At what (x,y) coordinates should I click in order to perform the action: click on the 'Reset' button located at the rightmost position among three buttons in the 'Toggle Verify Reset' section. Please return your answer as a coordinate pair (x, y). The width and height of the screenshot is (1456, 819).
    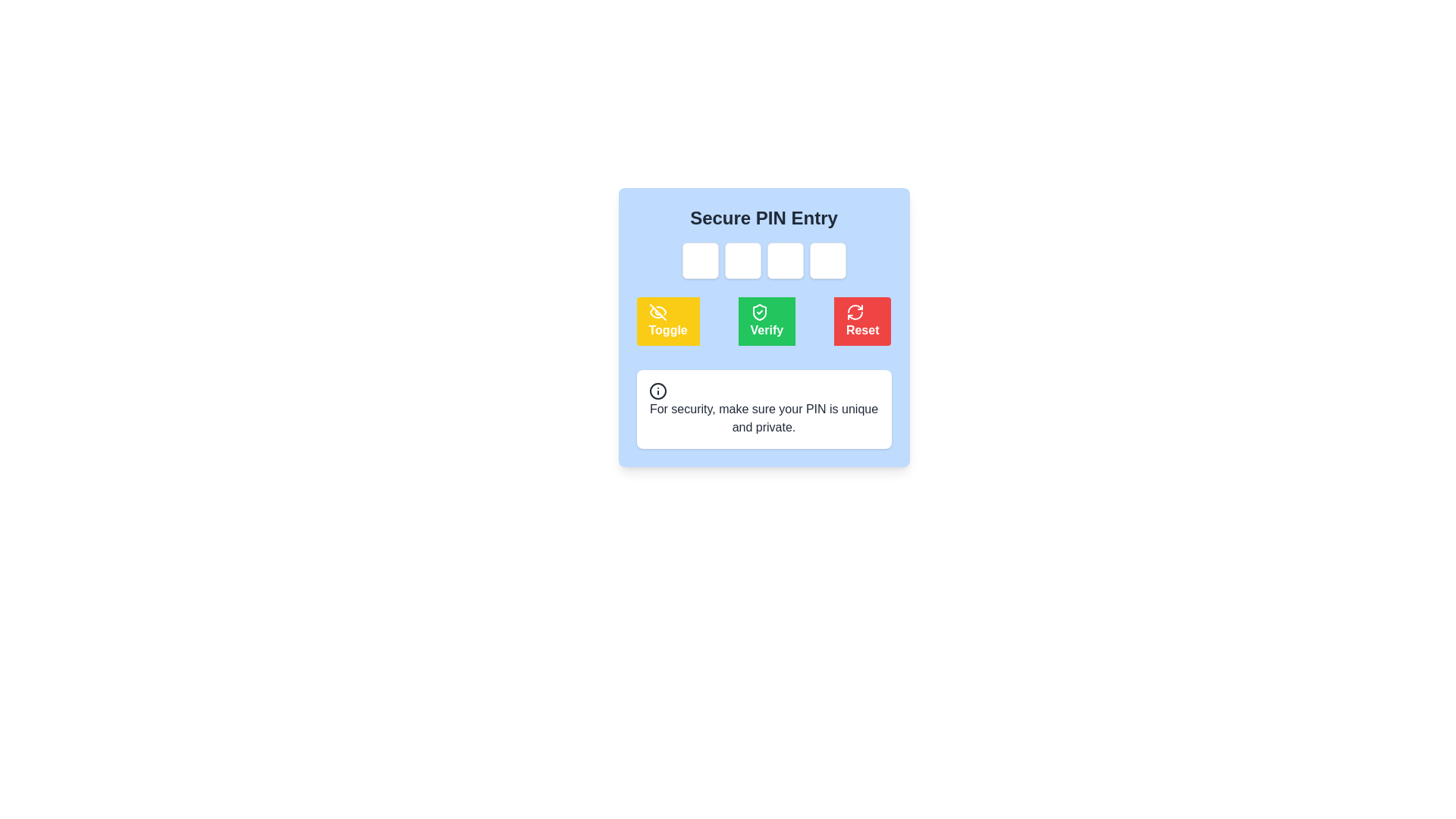
    Looking at the image, I should click on (862, 321).